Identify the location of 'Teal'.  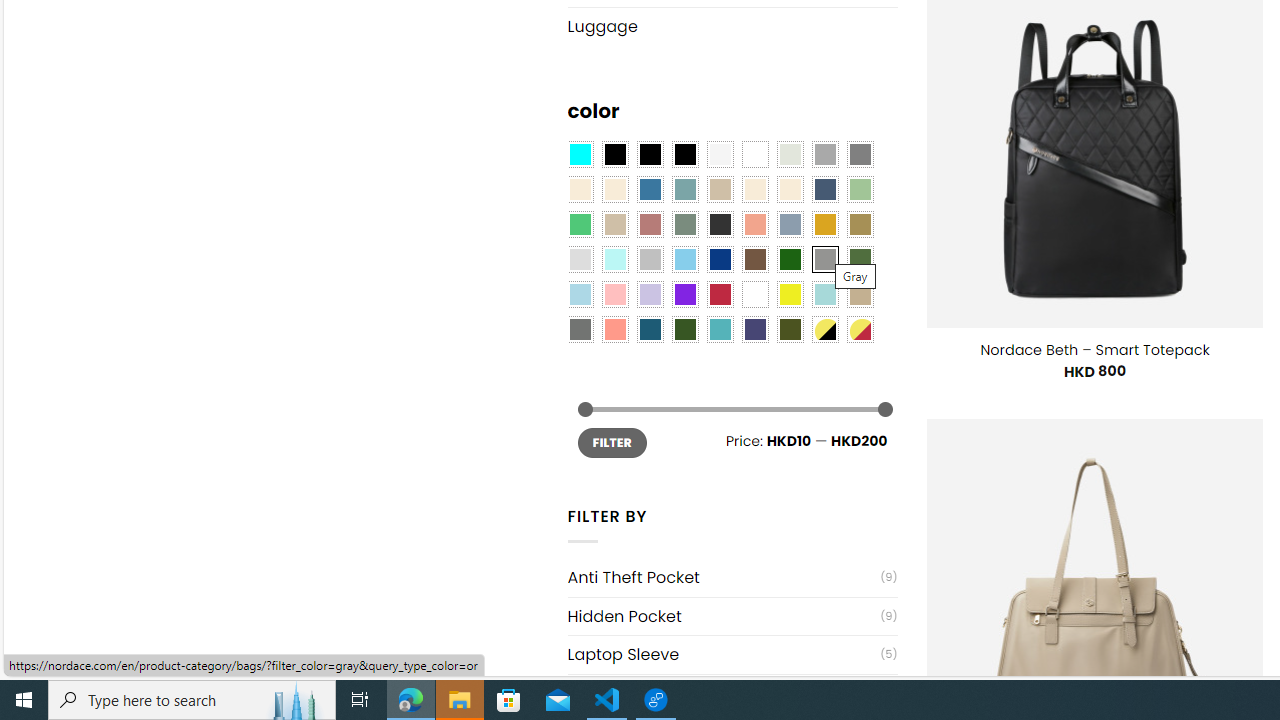
(720, 328).